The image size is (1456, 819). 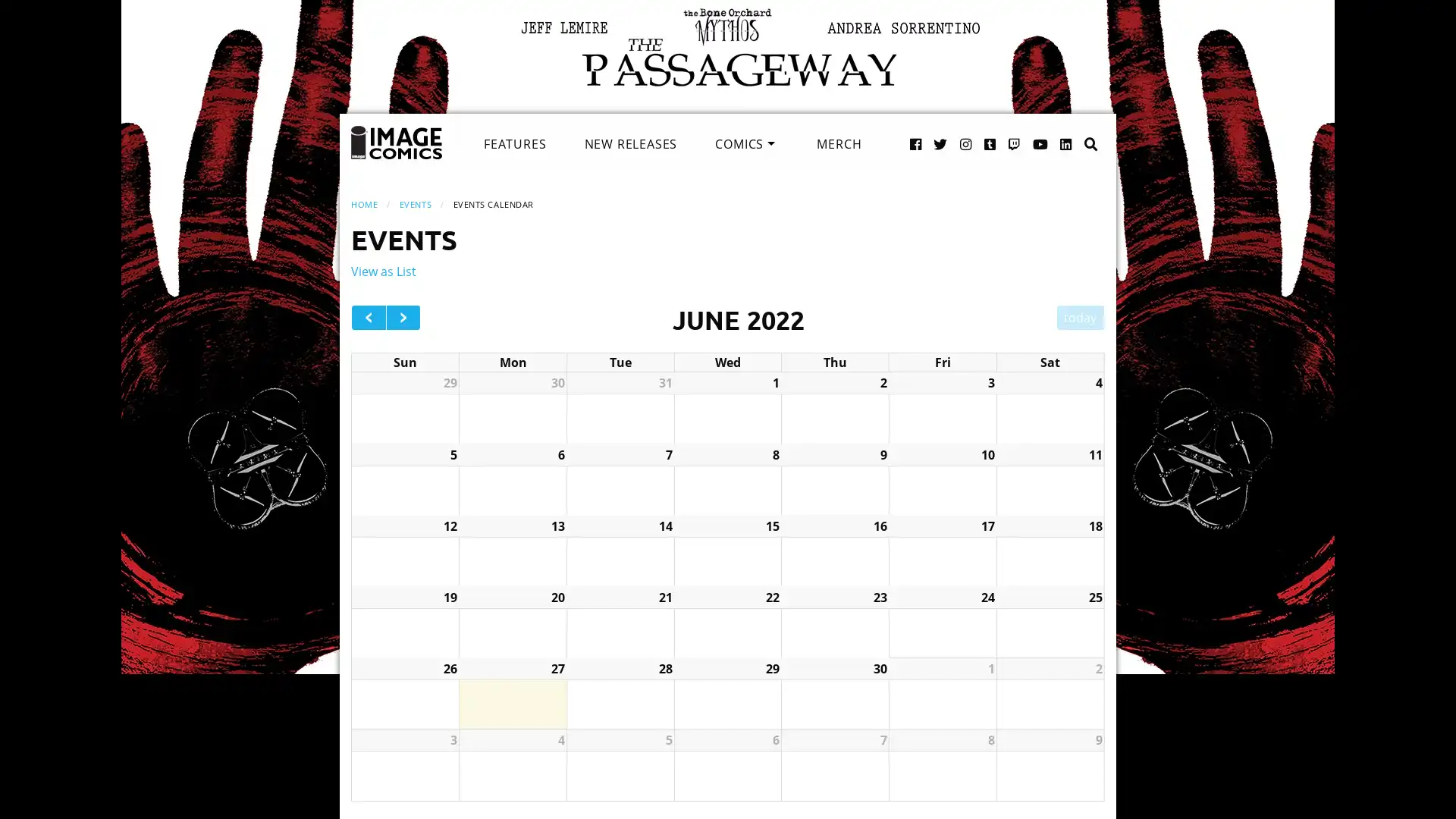 I want to click on Search, so click(x=1075, y=127).